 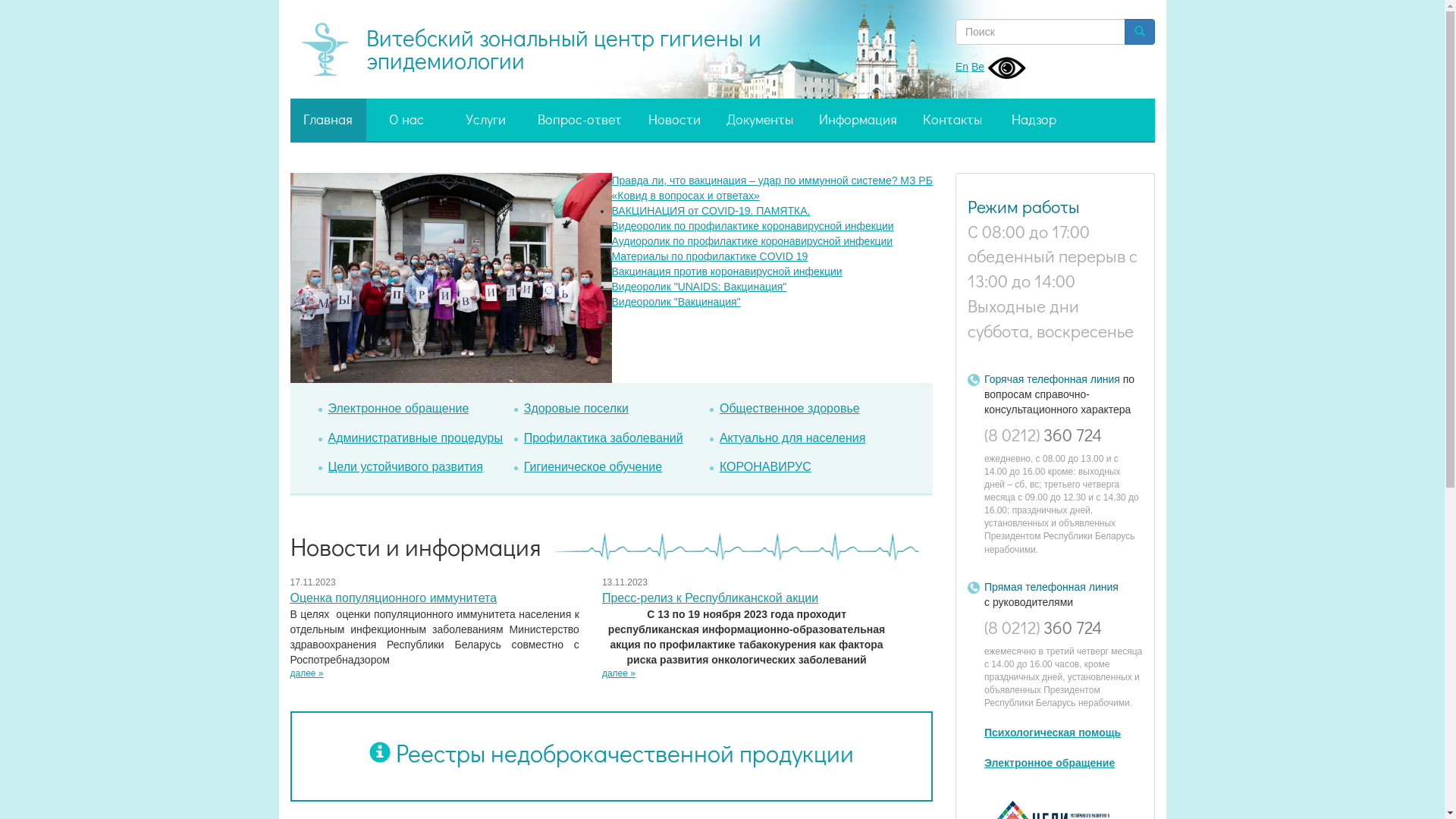 I want to click on 'En', so click(x=961, y=66).